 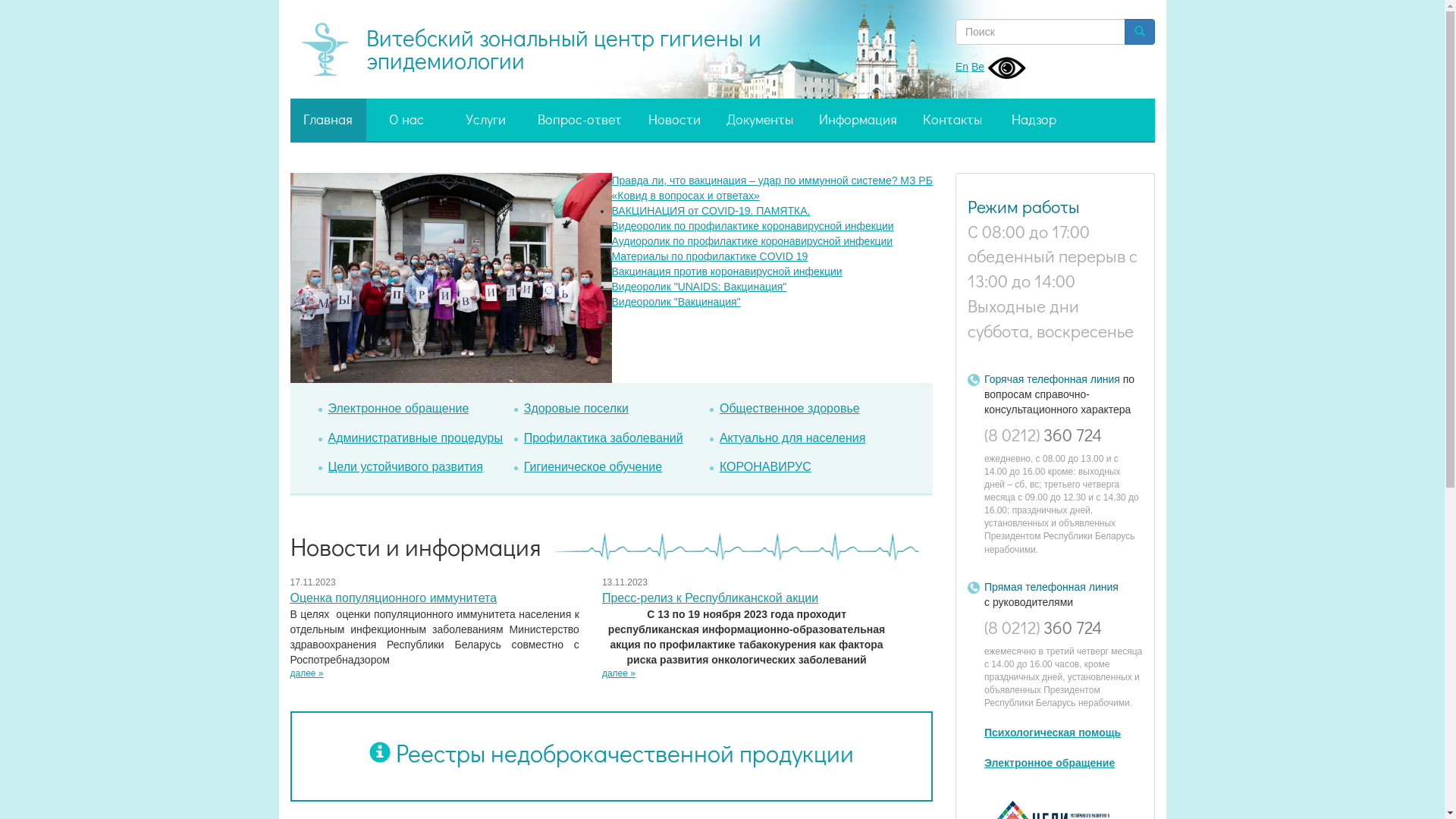 I want to click on 'En', so click(x=961, y=66).